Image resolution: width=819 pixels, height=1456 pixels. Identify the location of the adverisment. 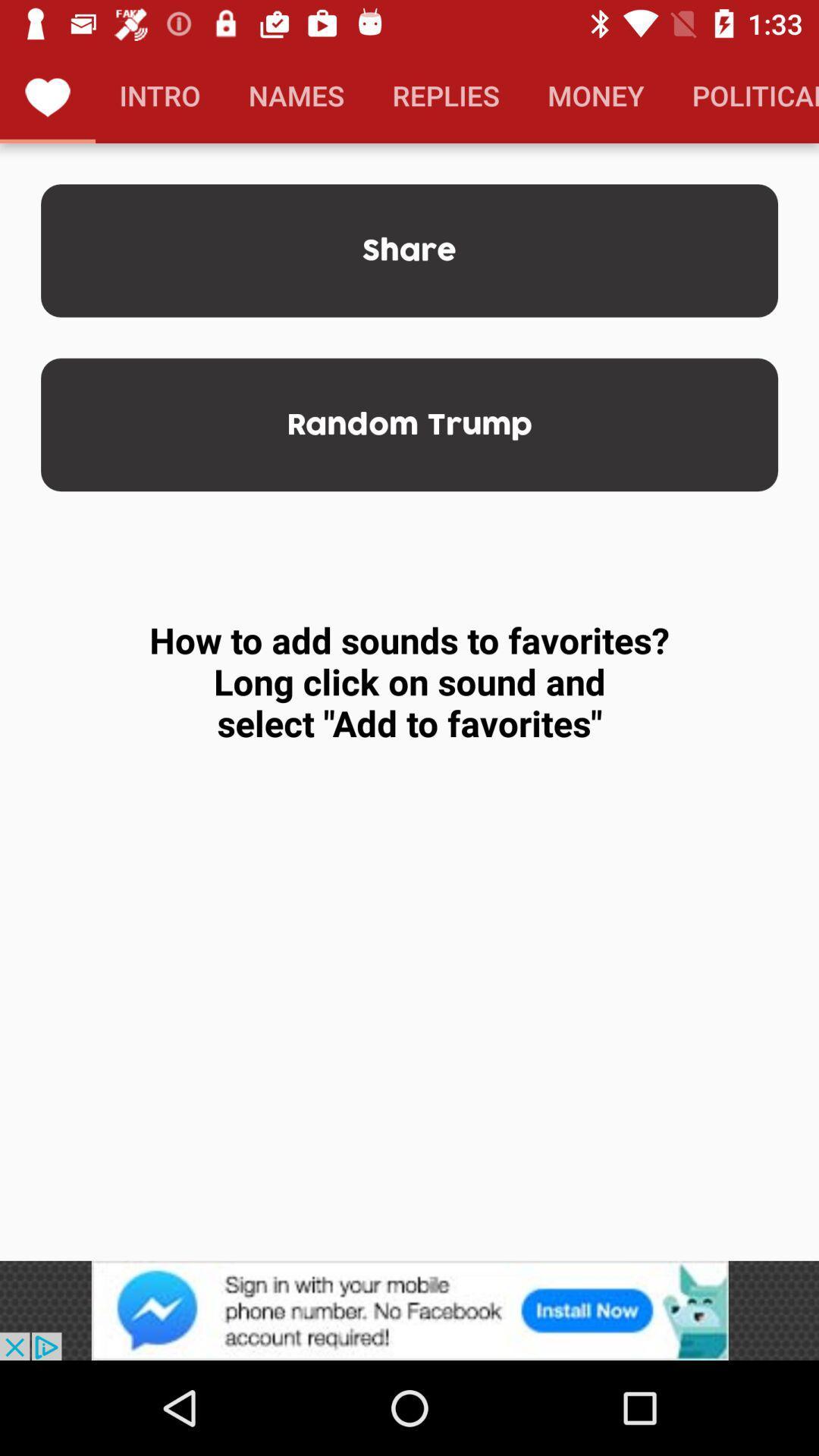
(409, 1310).